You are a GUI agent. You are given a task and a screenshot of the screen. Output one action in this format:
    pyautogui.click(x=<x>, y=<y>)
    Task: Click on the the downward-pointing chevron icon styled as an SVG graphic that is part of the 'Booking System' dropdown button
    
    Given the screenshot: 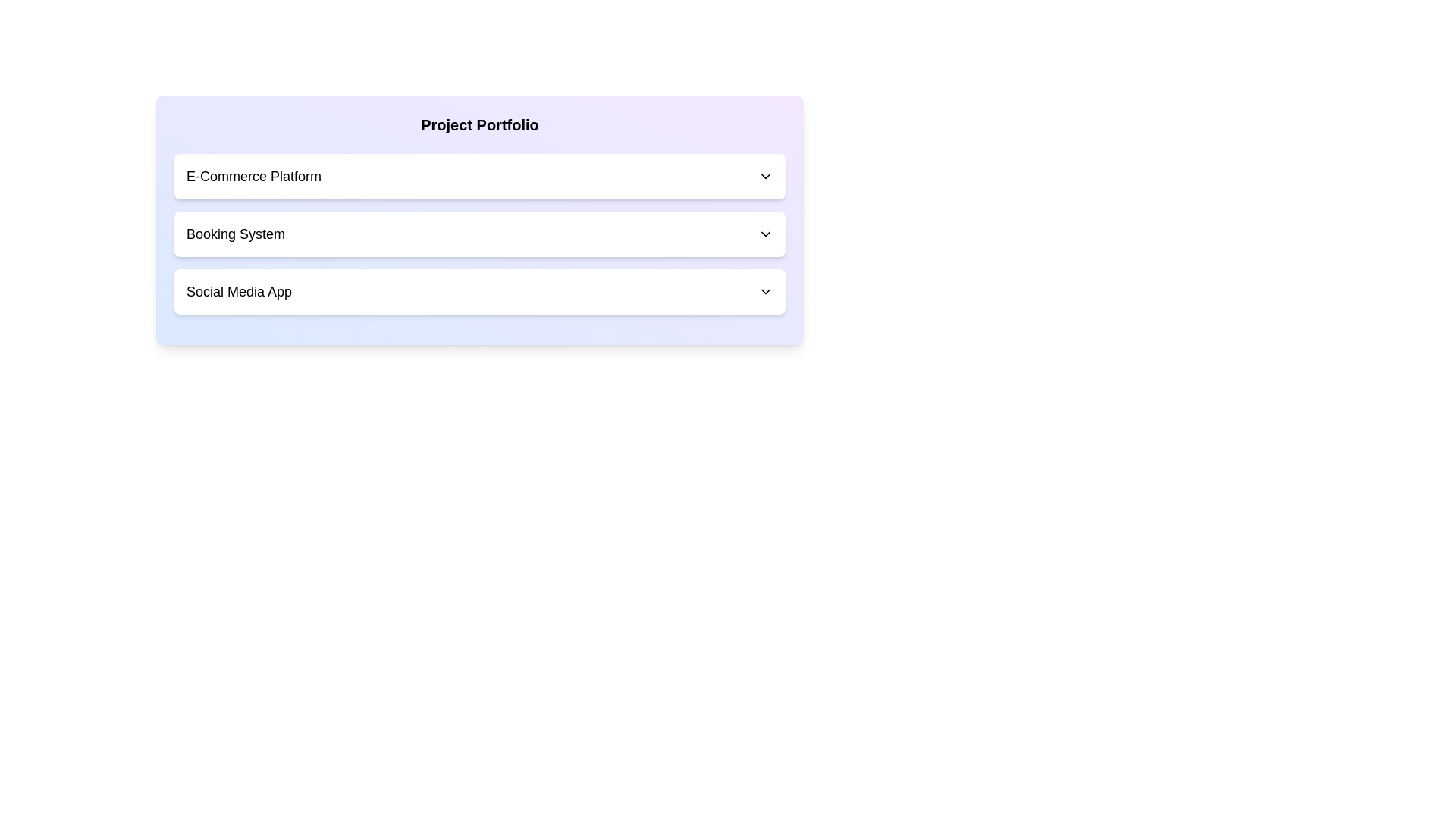 What is the action you would take?
    pyautogui.click(x=765, y=234)
    